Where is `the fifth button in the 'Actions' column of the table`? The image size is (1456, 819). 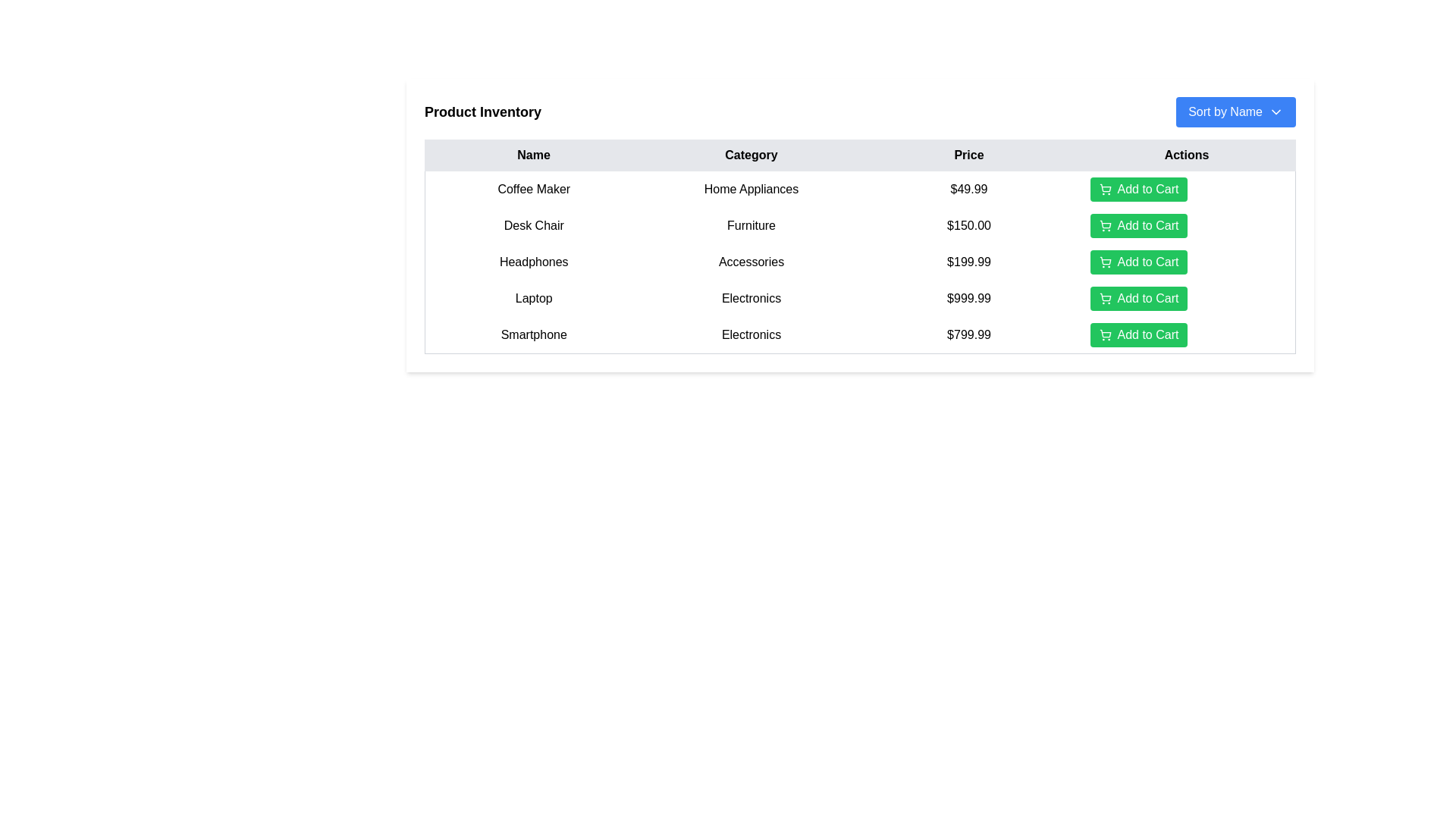
the fifth button in the 'Actions' column of the table is located at coordinates (1139, 334).